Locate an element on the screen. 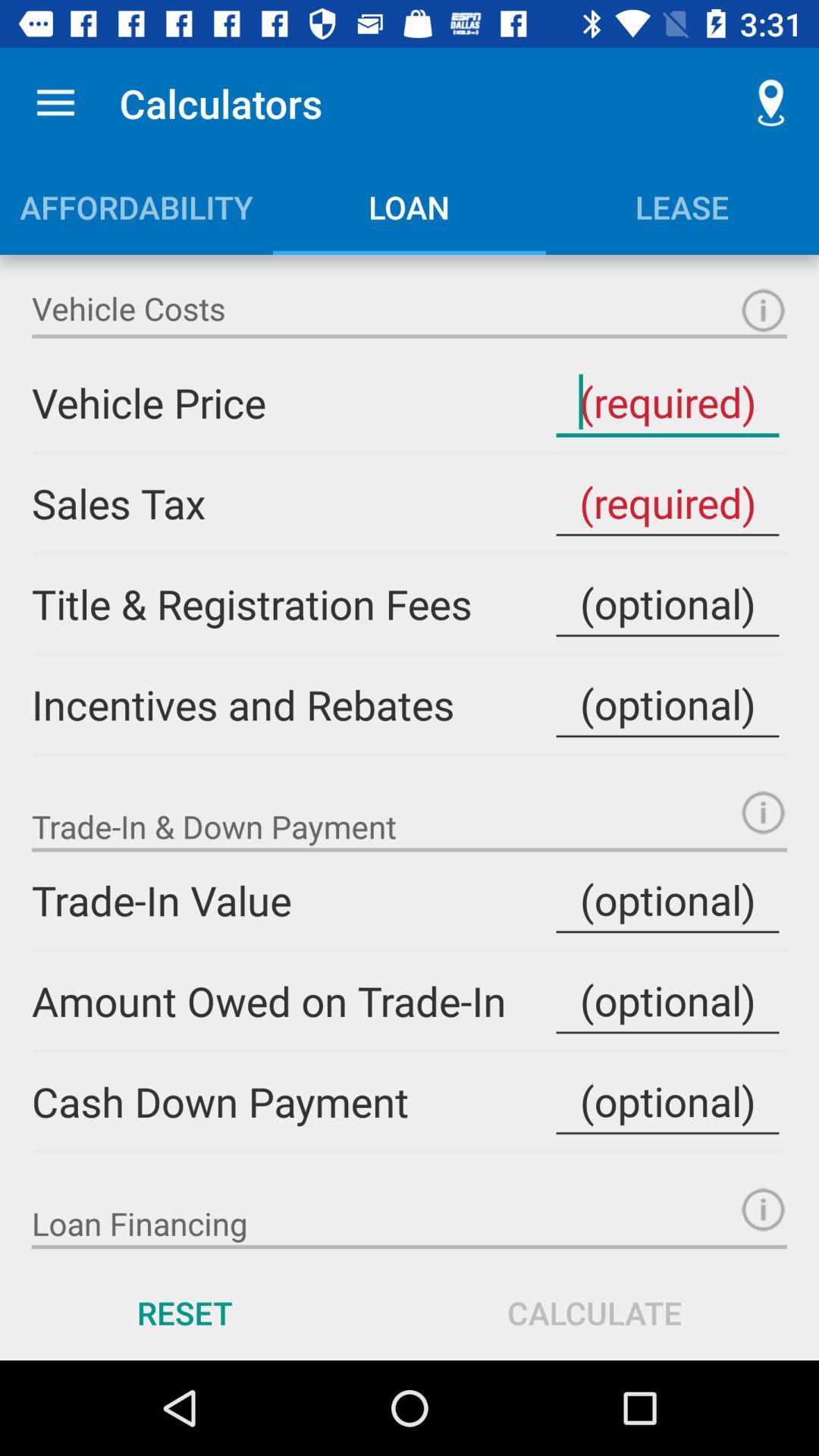  price is located at coordinates (667, 403).